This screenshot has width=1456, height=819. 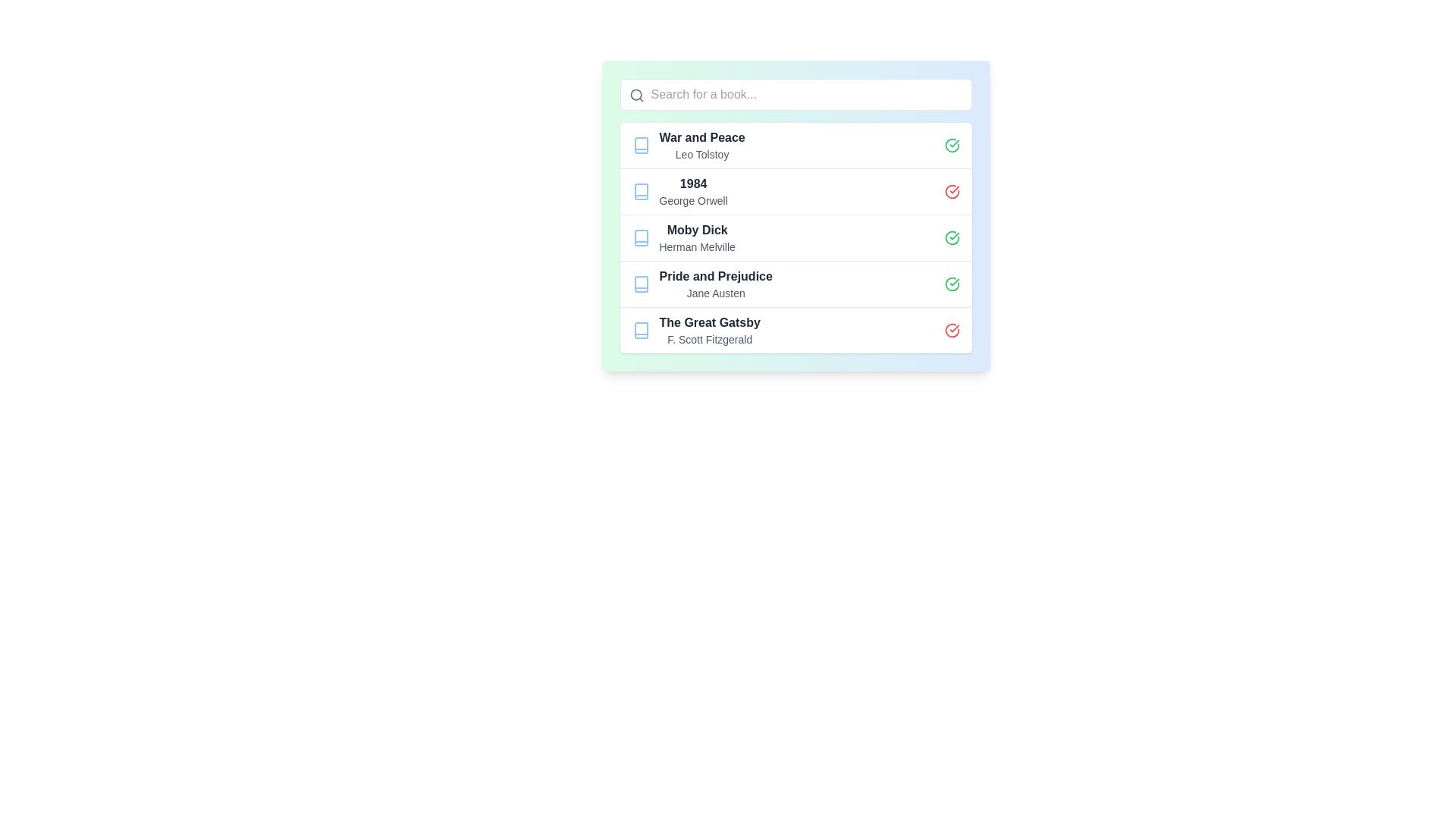 I want to click on the book icon located to the left of the text 'War and Peace' in the first item of a vertical list, so click(x=641, y=146).